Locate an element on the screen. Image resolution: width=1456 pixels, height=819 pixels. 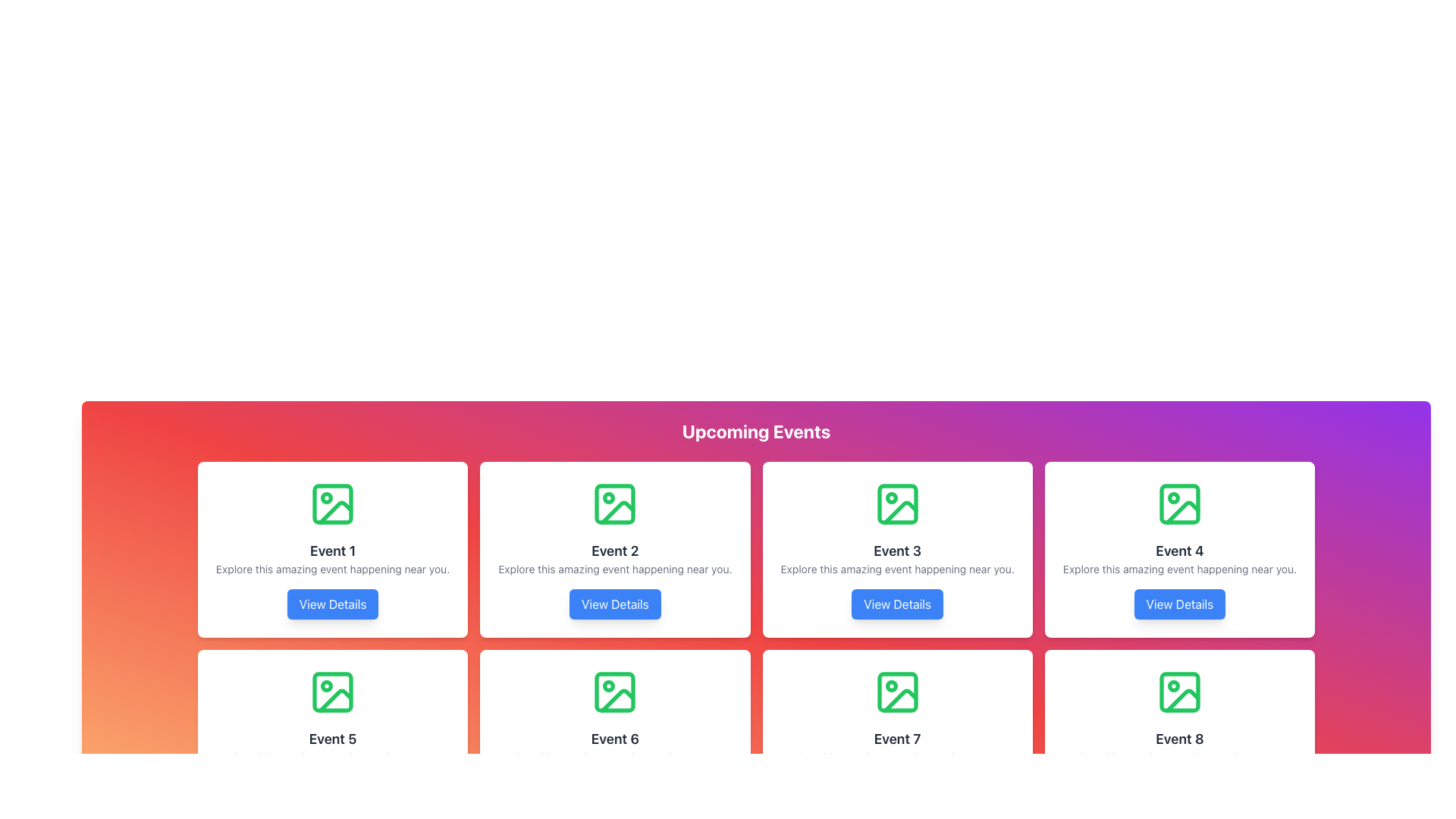
the image placeholder icon located in the third card of the first row, labeled 'Event 3' is located at coordinates (897, 504).